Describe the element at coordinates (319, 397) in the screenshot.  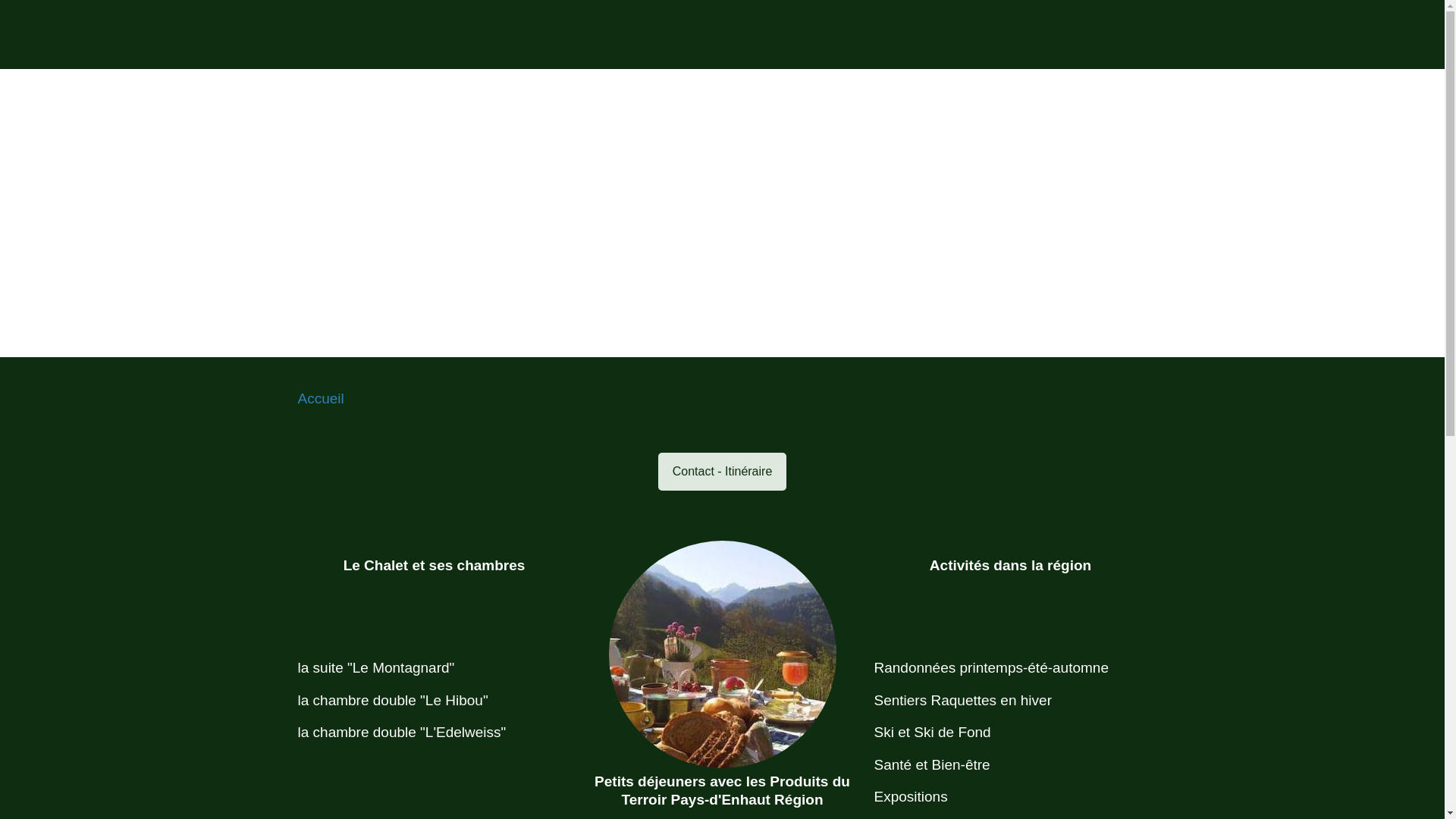
I see `'Accueil'` at that location.